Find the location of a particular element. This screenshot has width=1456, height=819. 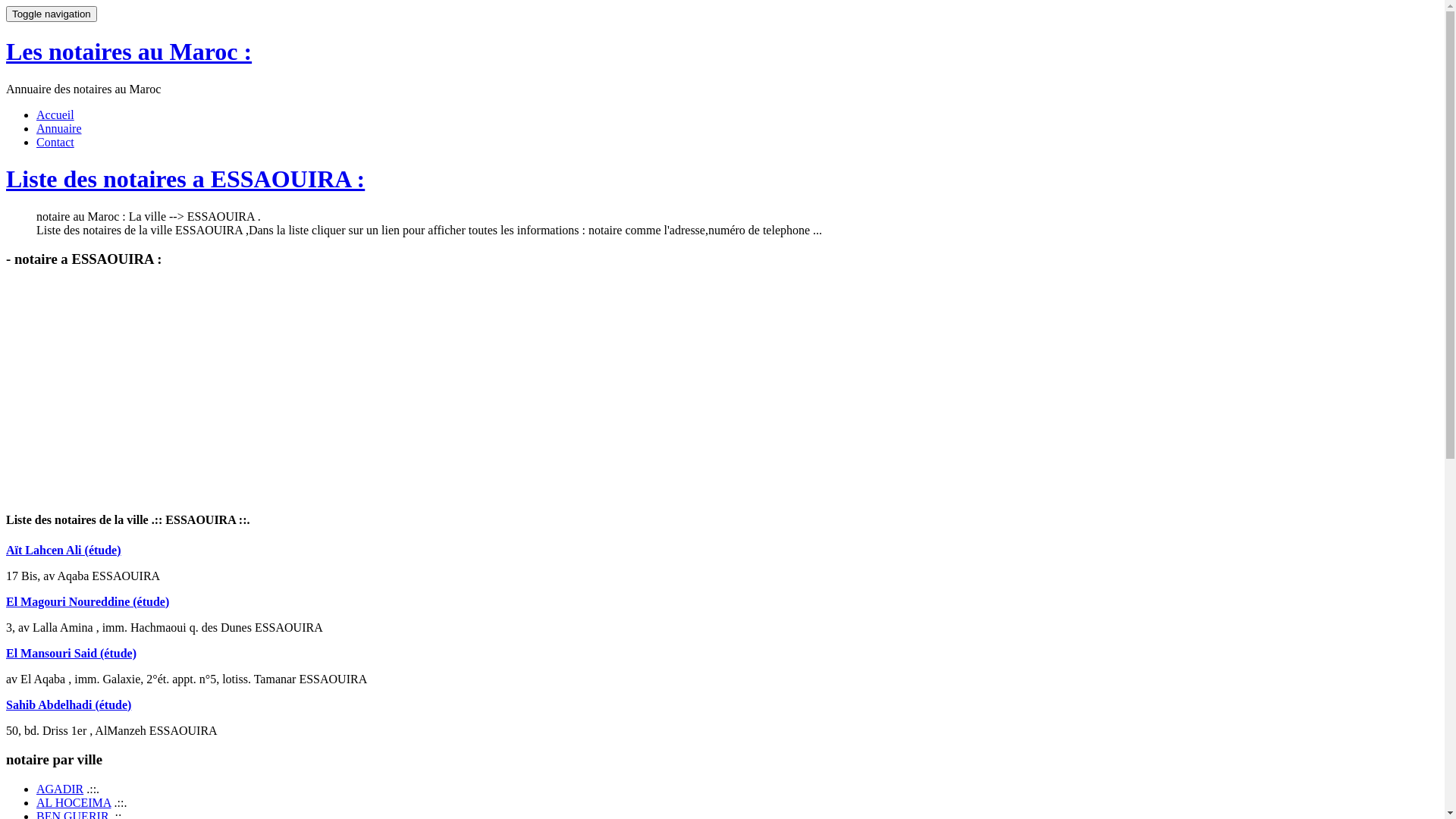

'Toggle navigation' is located at coordinates (6, 14).